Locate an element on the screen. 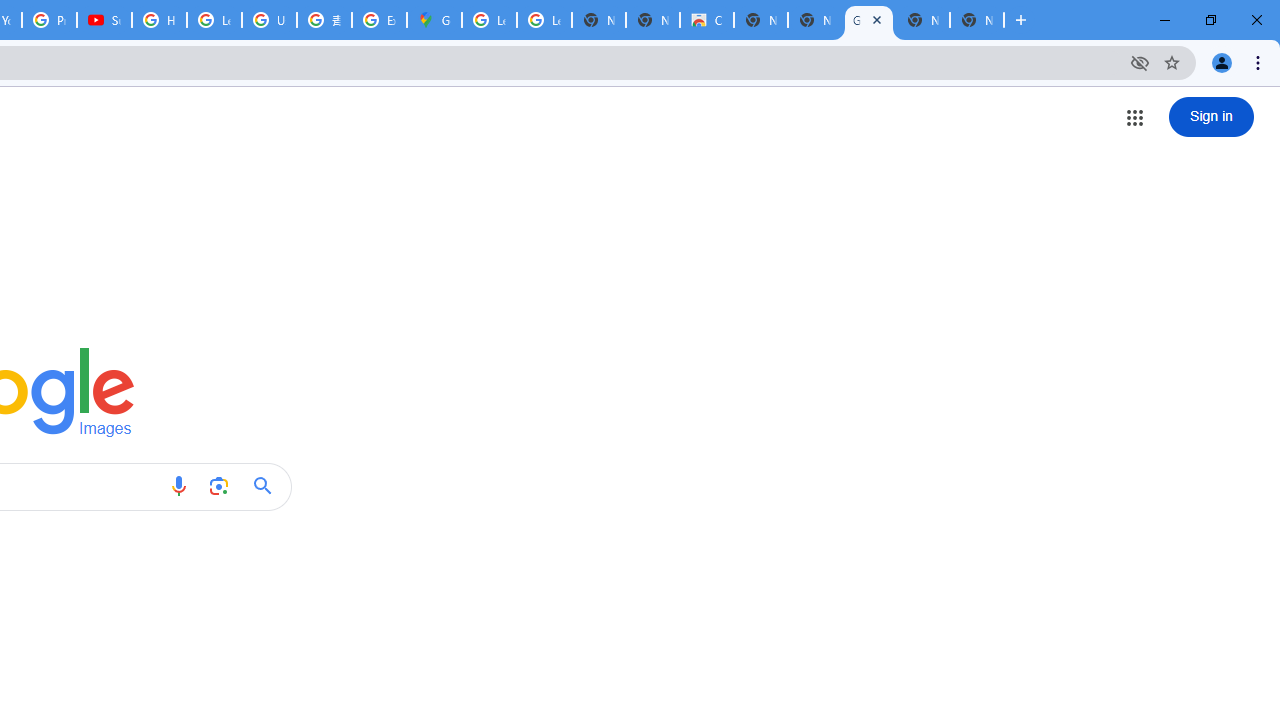 Image resolution: width=1280 pixels, height=720 pixels. 'Google Images' is located at coordinates (869, 20).